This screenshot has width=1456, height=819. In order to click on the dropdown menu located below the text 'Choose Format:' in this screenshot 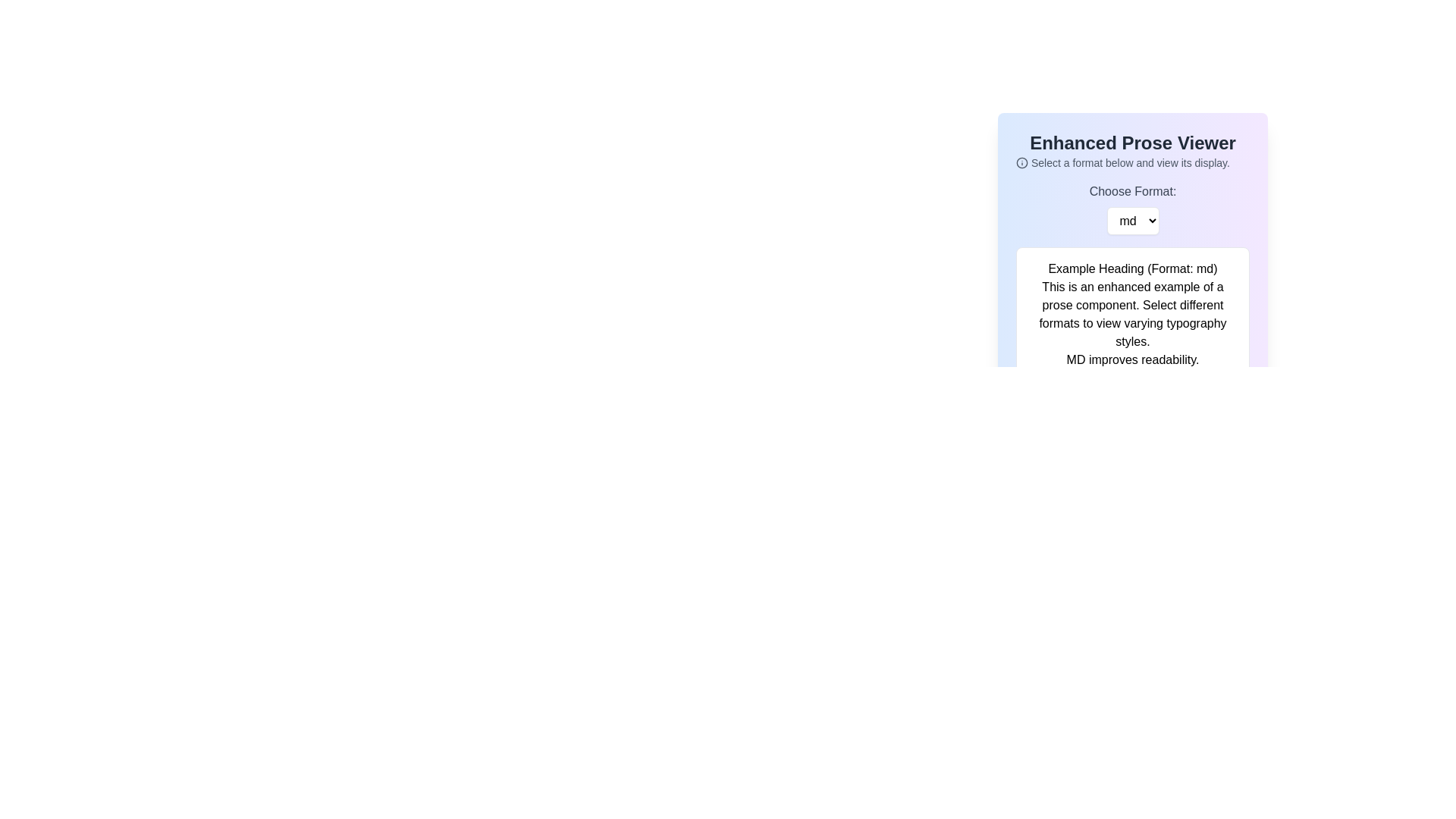, I will do `click(1132, 231)`.